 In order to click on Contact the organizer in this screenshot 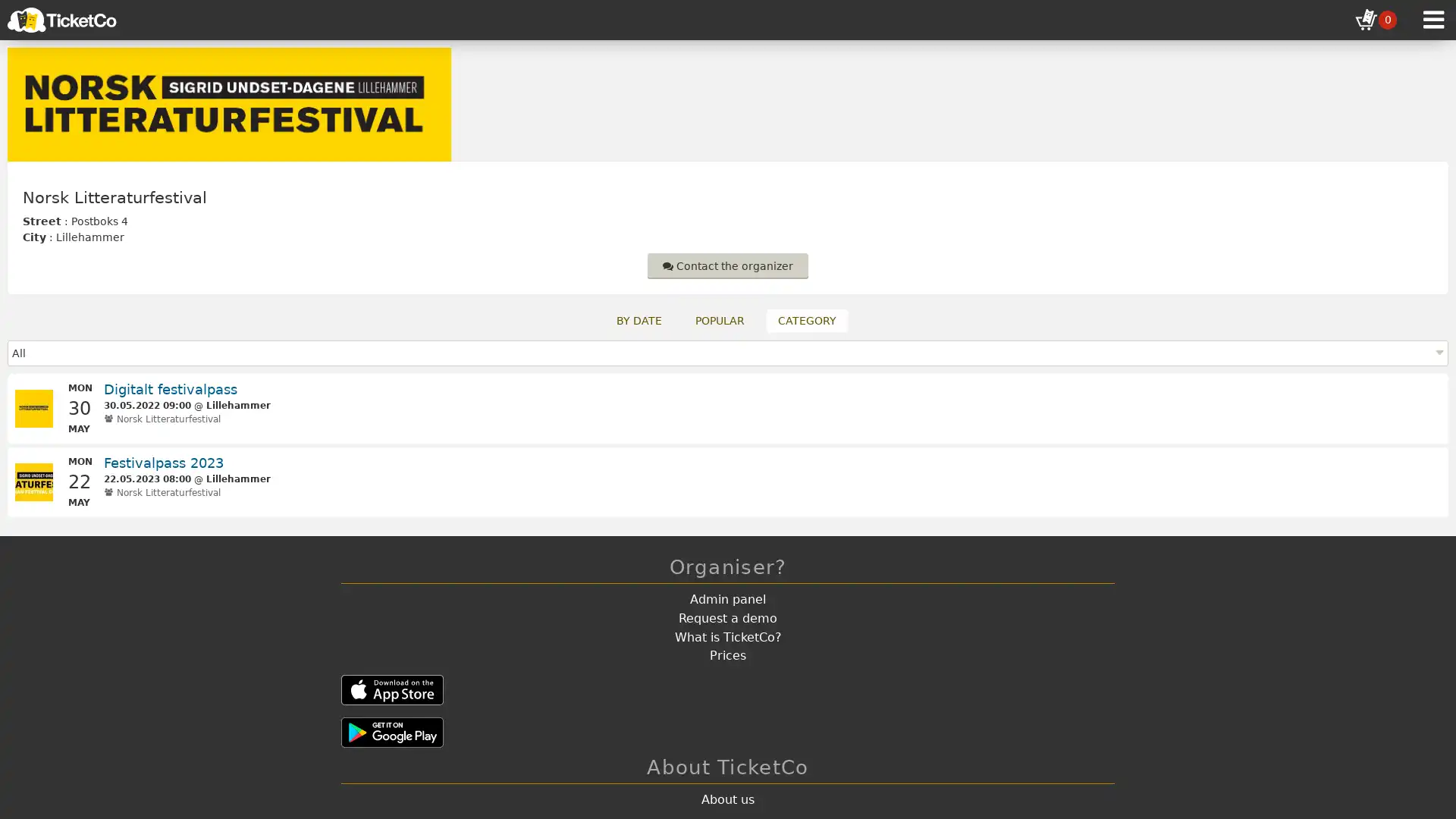, I will do `click(728, 265)`.